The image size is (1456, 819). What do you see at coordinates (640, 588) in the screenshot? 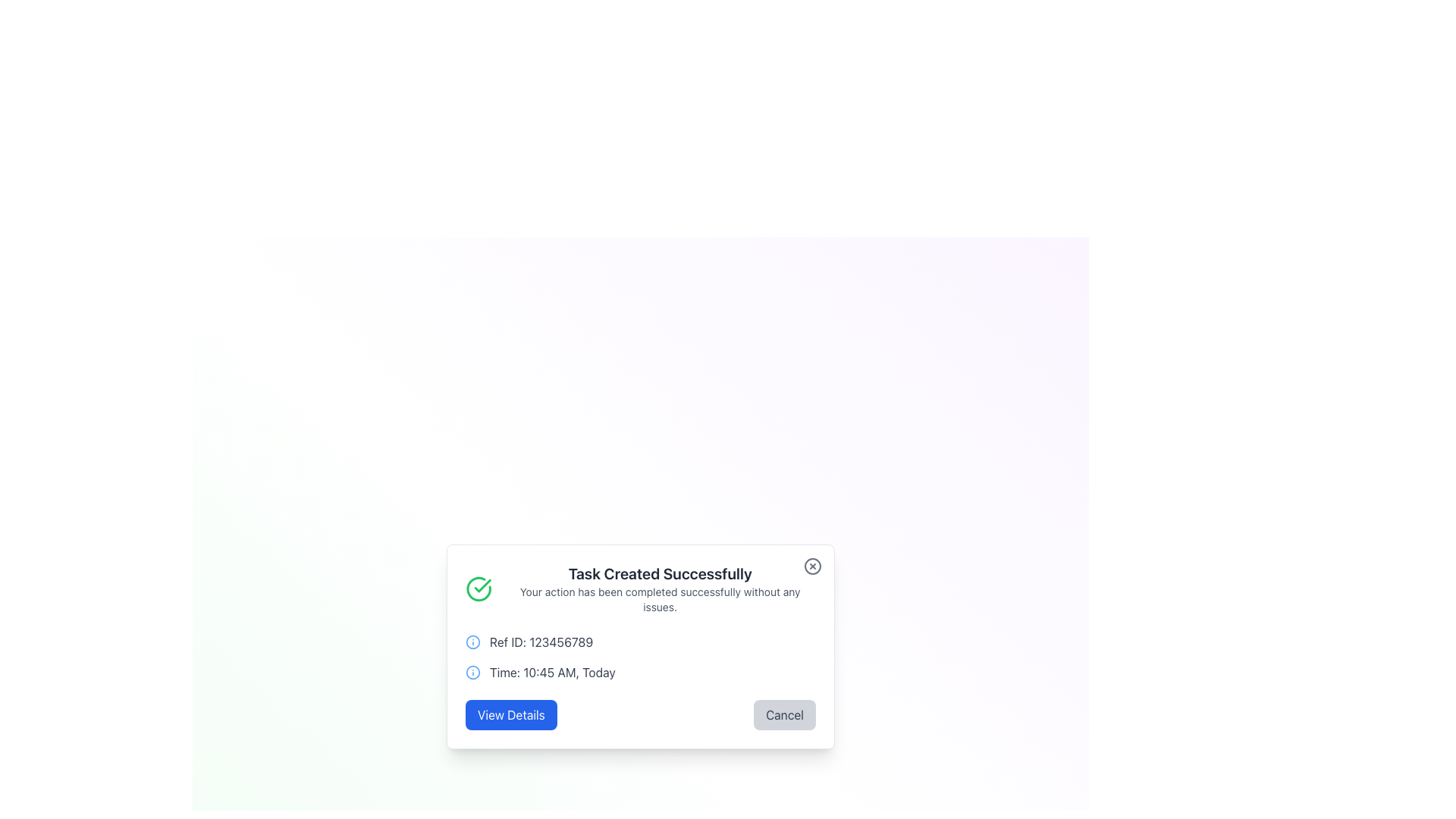
I see `notification box displaying 'Task Created Successfully' with a green checkmark icon for confirmation` at bounding box center [640, 588].